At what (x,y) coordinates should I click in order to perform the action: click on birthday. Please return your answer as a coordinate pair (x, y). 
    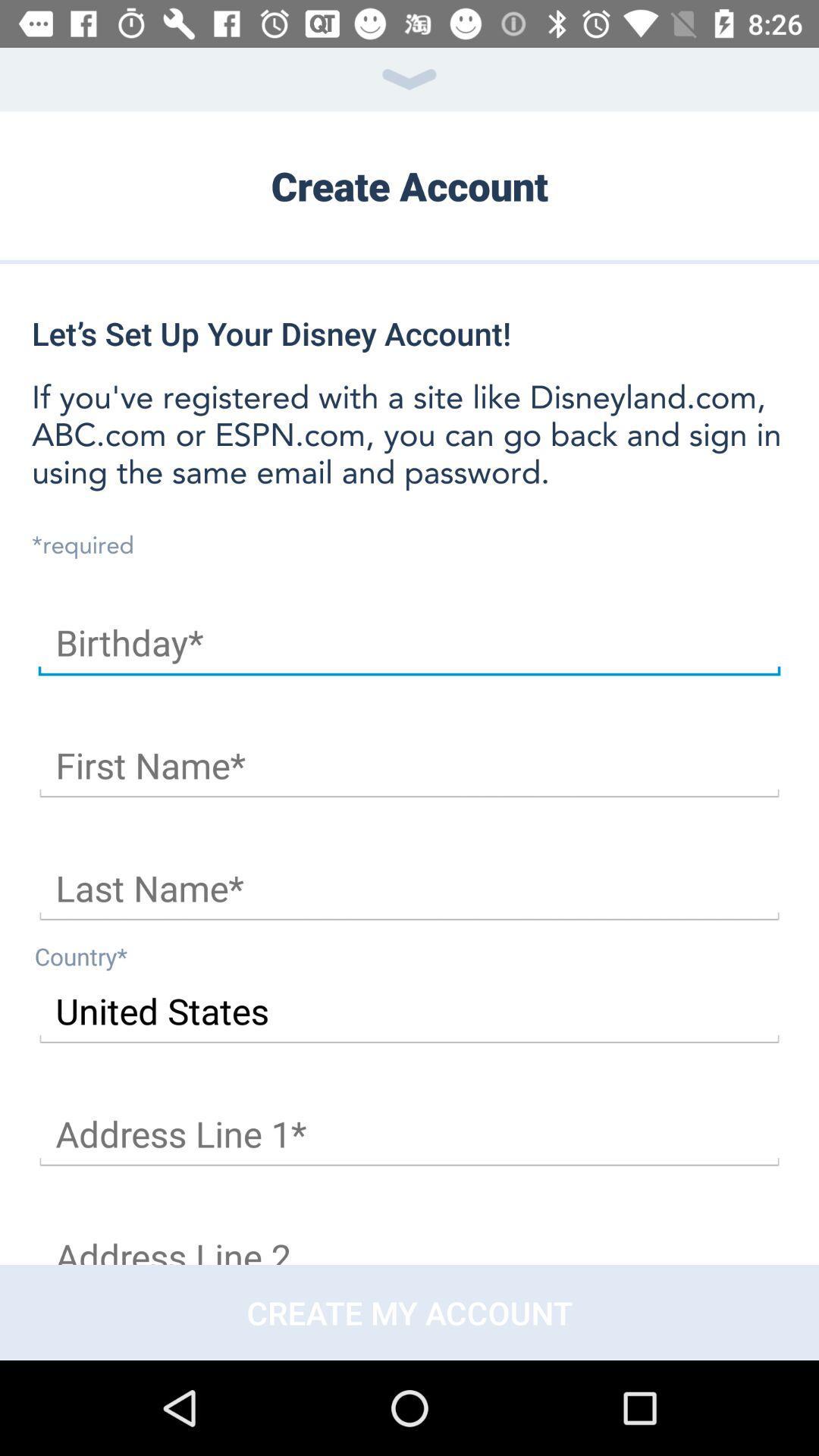
    Looking at the image, I should click on (409, 643).